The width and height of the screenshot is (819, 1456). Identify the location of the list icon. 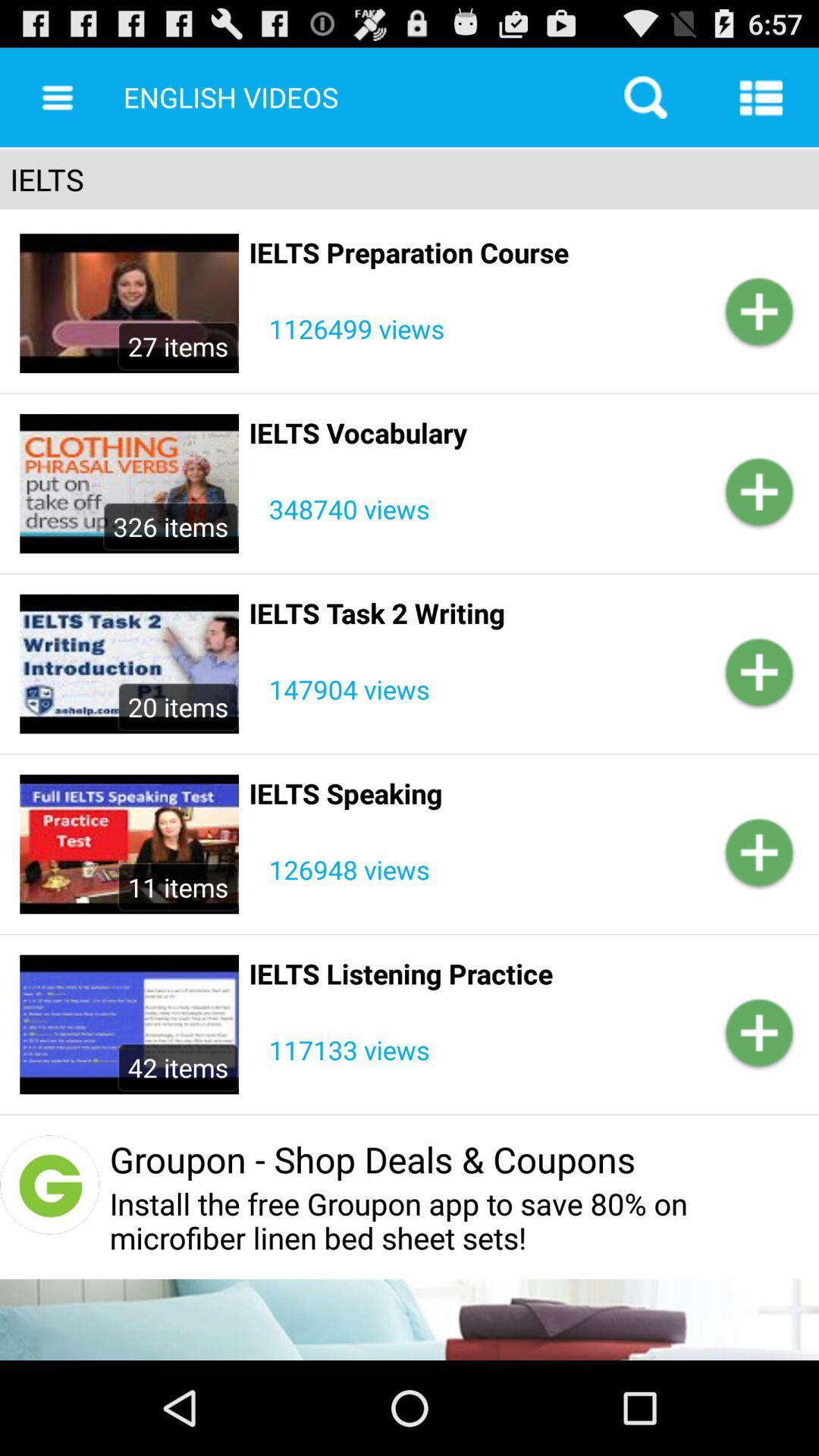
(761, 103).